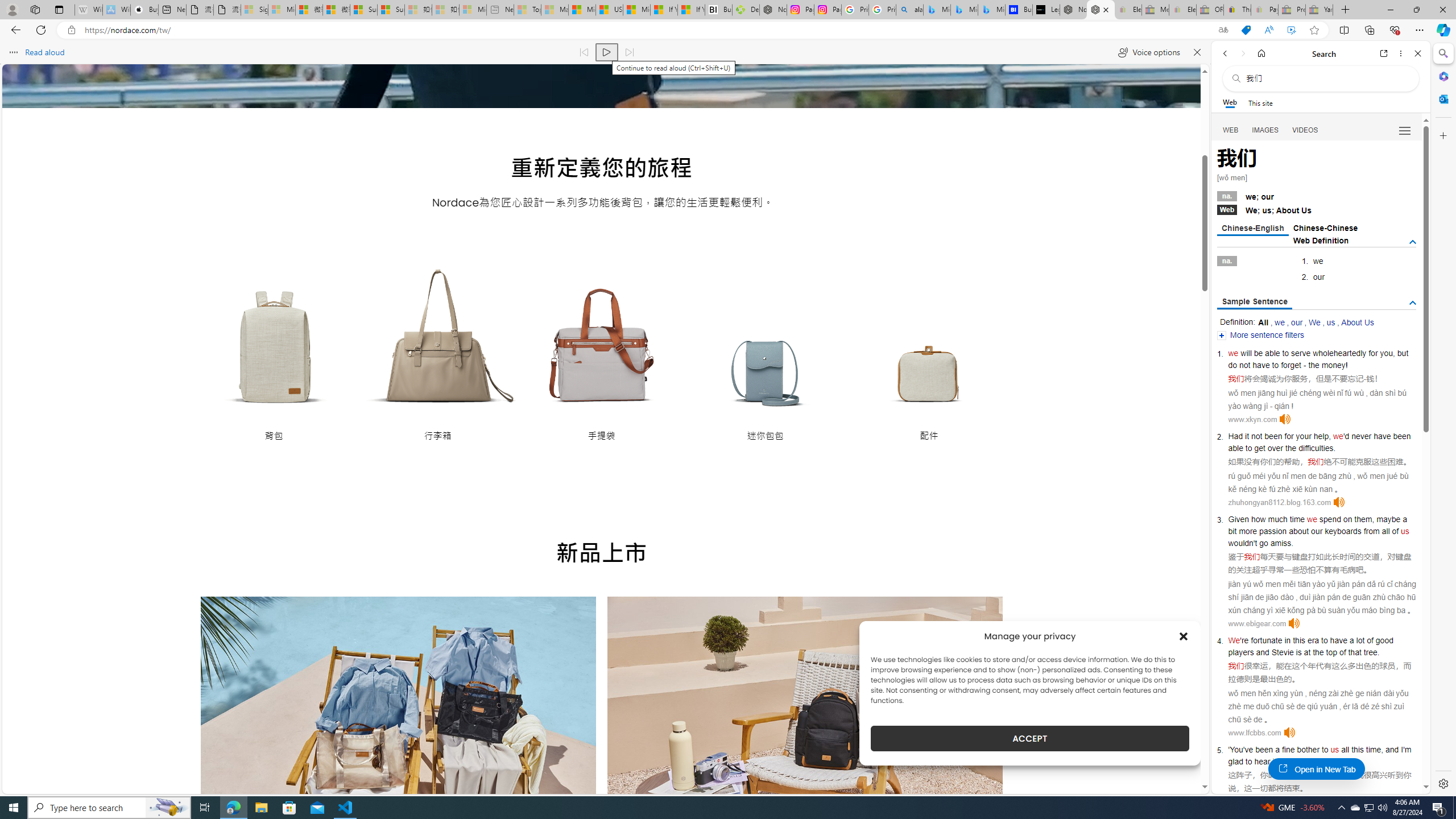 Image resolution: width=1456 pixels, height=819 pixels. Describe the element at coordinates (1313, 640) in the screenshot. I see `'era'` at that location.